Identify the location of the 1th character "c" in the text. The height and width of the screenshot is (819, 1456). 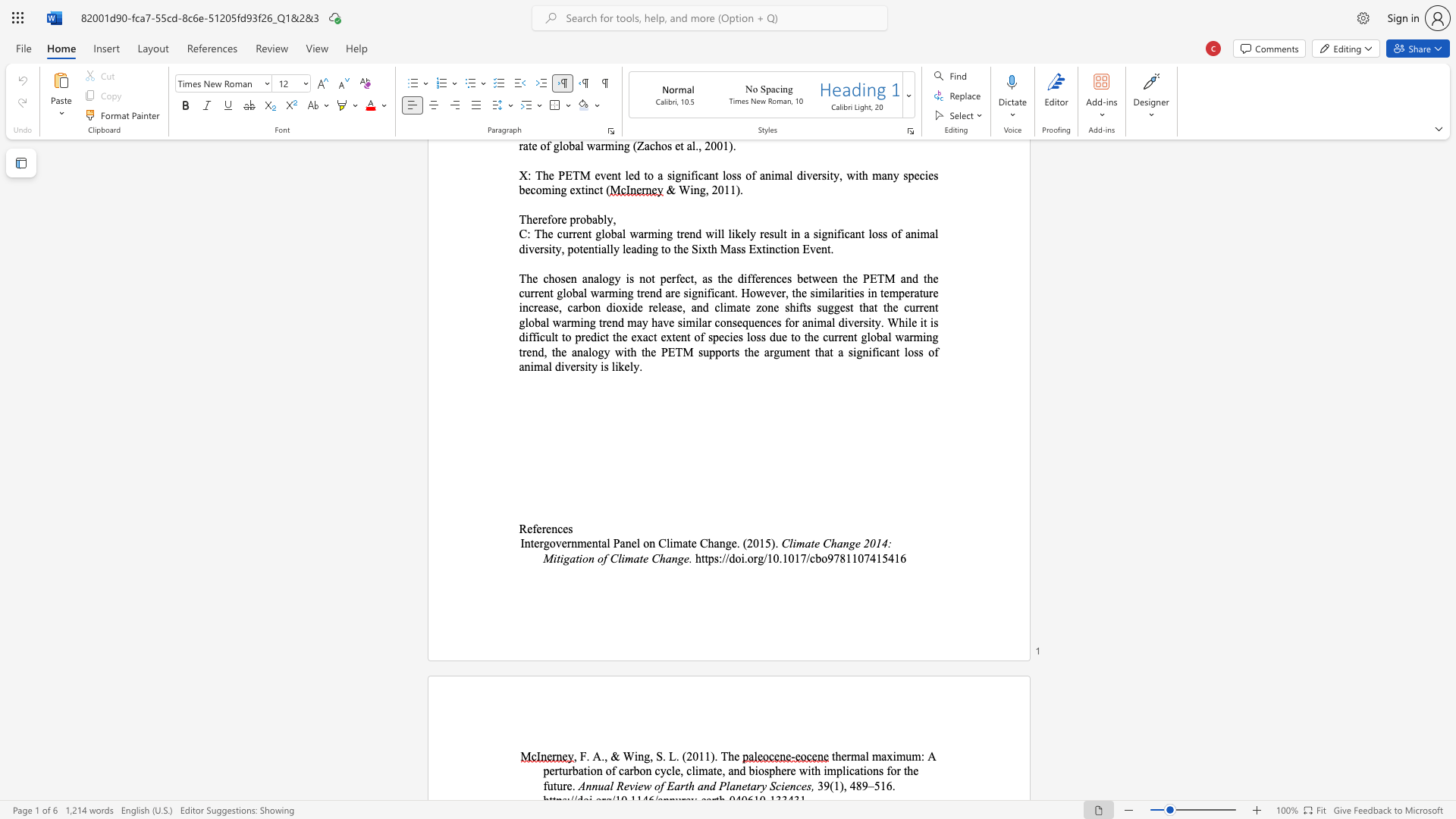
(852, 770).